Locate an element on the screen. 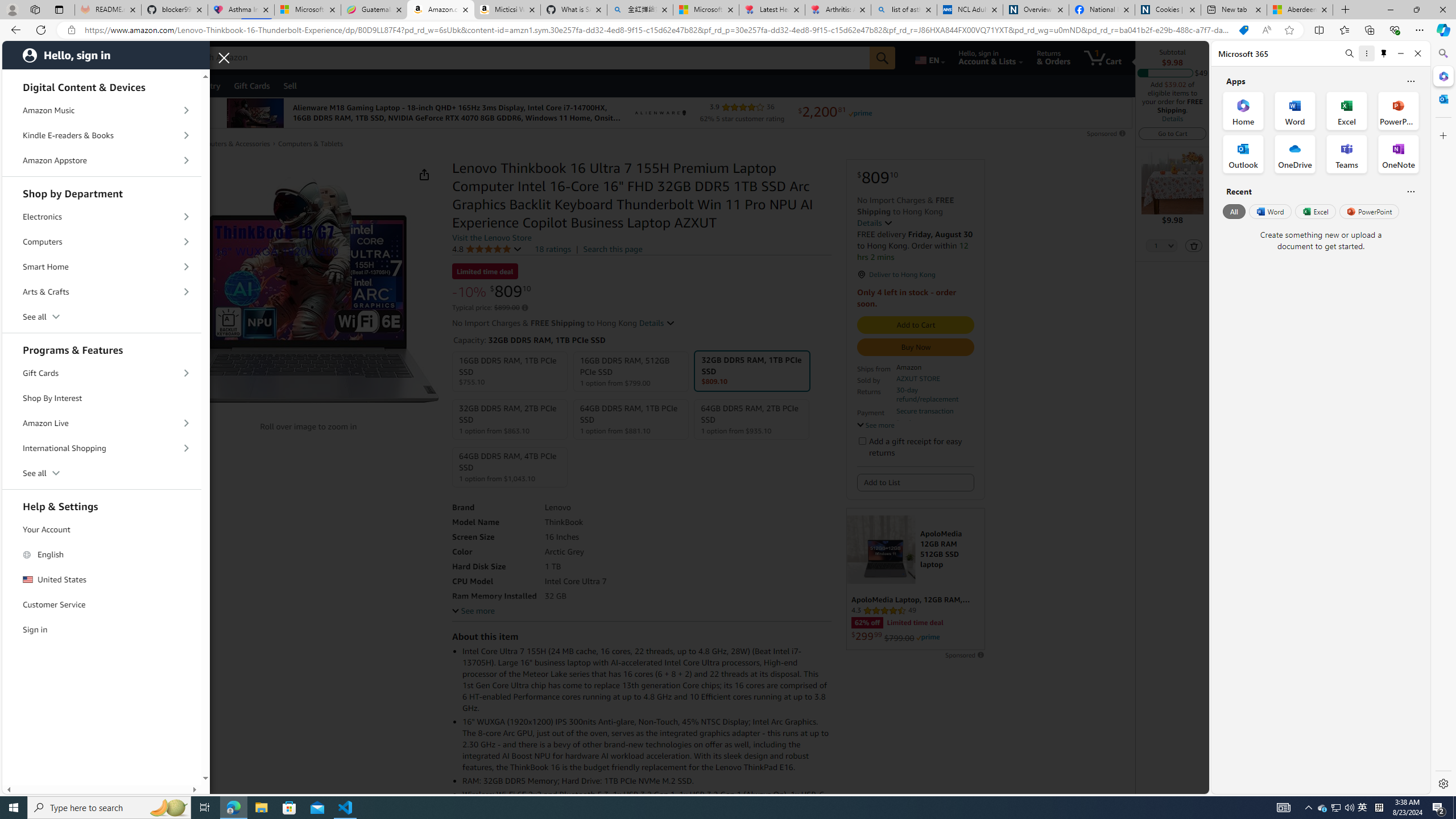 This screenshot has height=819, width=1456. 'Shop By Interest' is located at coordinates (102, 398).